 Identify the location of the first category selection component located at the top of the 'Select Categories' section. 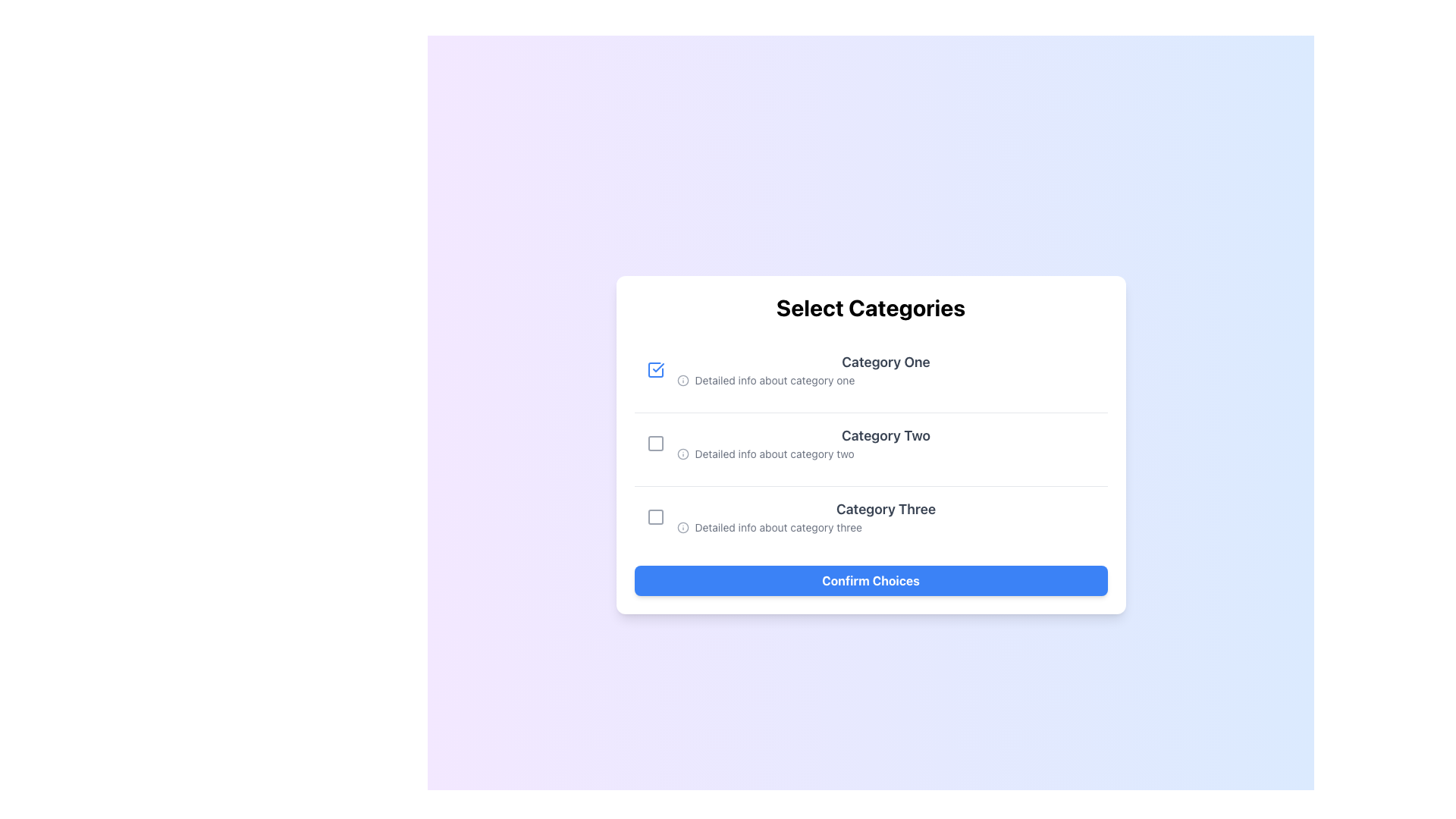
(871, 370).